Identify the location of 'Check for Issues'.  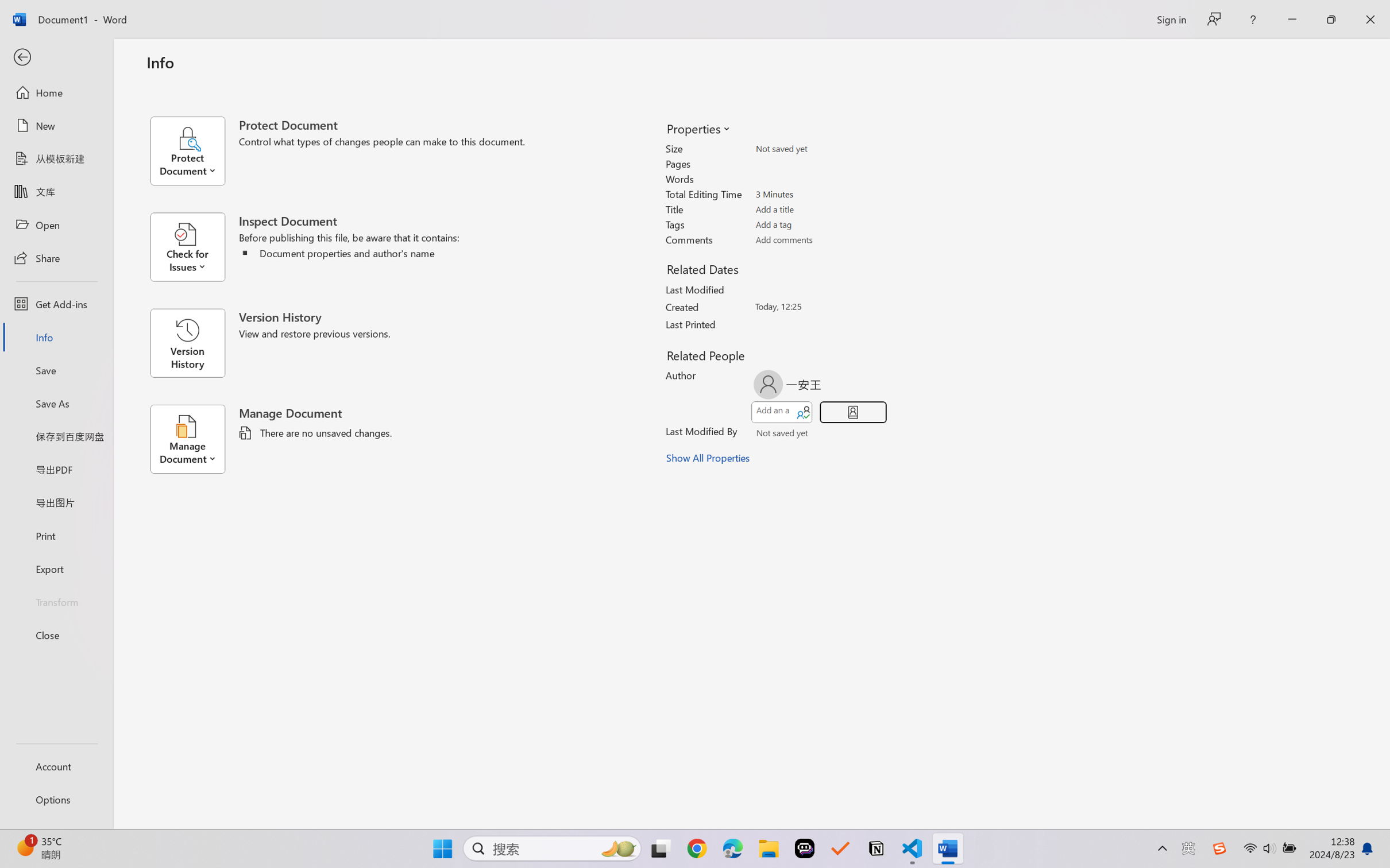
(194, 246).